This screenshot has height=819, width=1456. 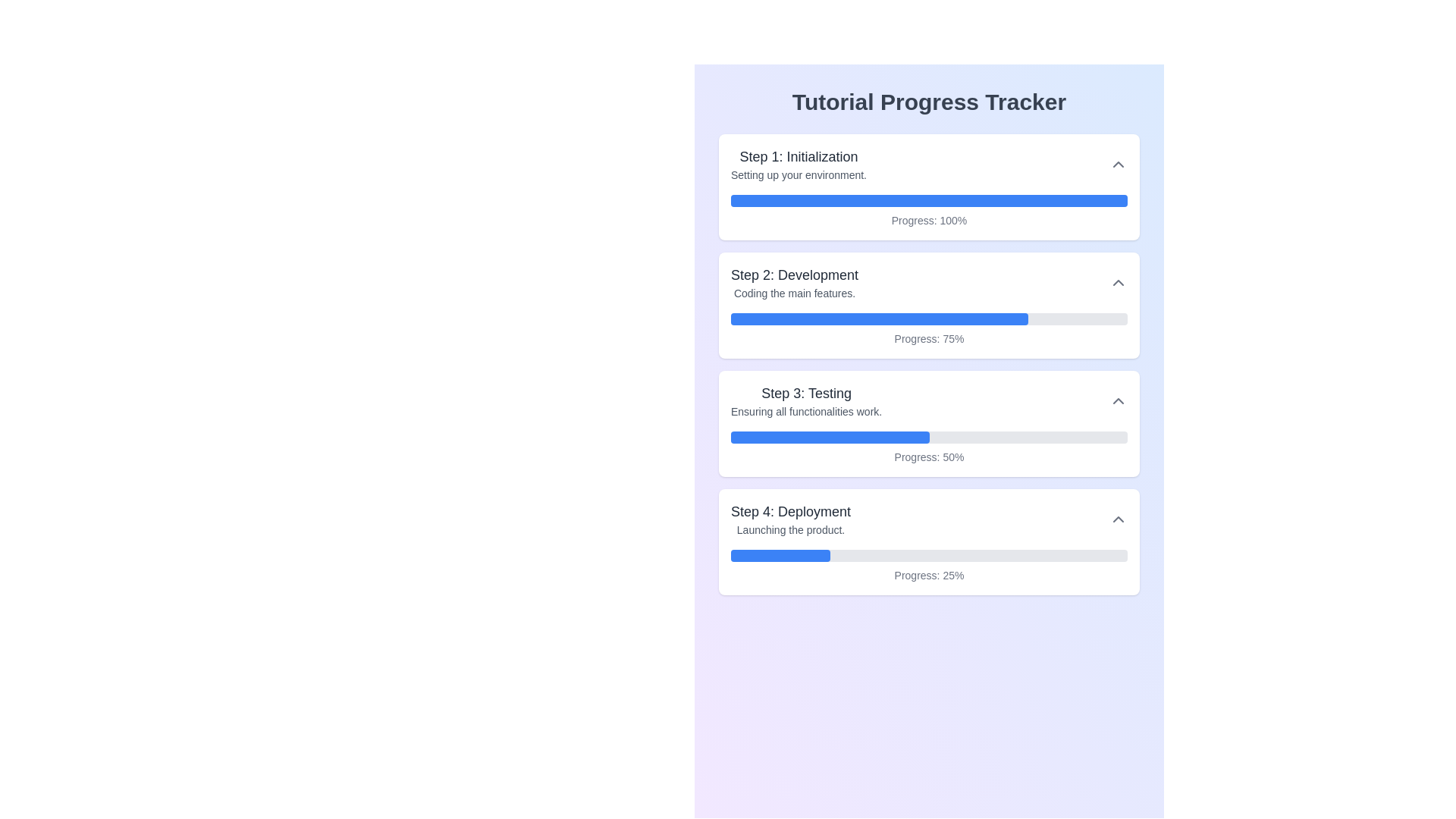 I want to click on the text label that reads 'Progress: 25%' located below the progress bar in the 'Step 4: Deployment' section of the vertical progress tracker, so click(x=928, y=576).